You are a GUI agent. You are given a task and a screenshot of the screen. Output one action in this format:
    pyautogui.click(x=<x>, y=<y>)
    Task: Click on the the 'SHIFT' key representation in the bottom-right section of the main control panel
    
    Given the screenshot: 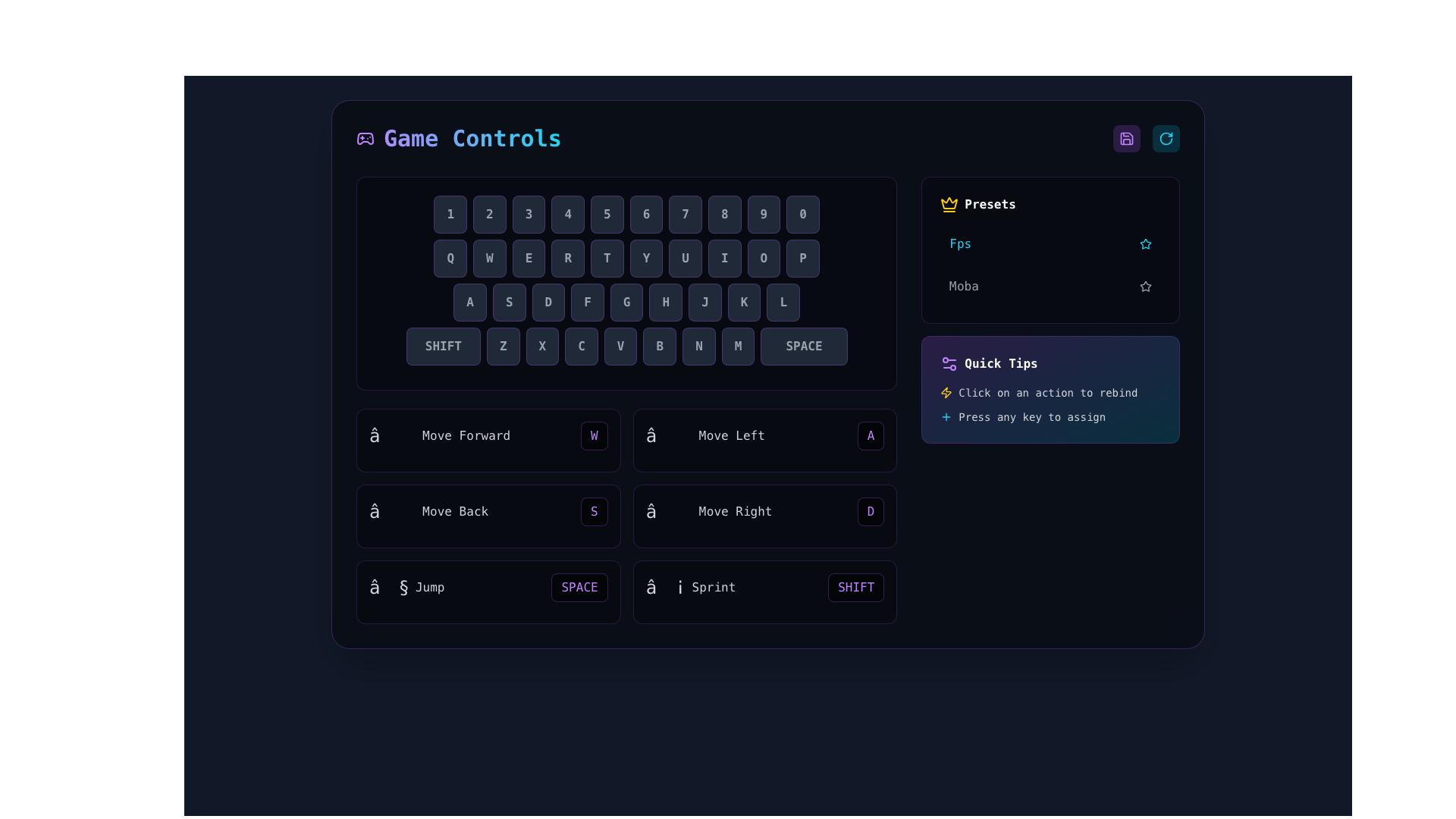 What is the action you would take?
    pyautogui.click(x=764, y=587)
    